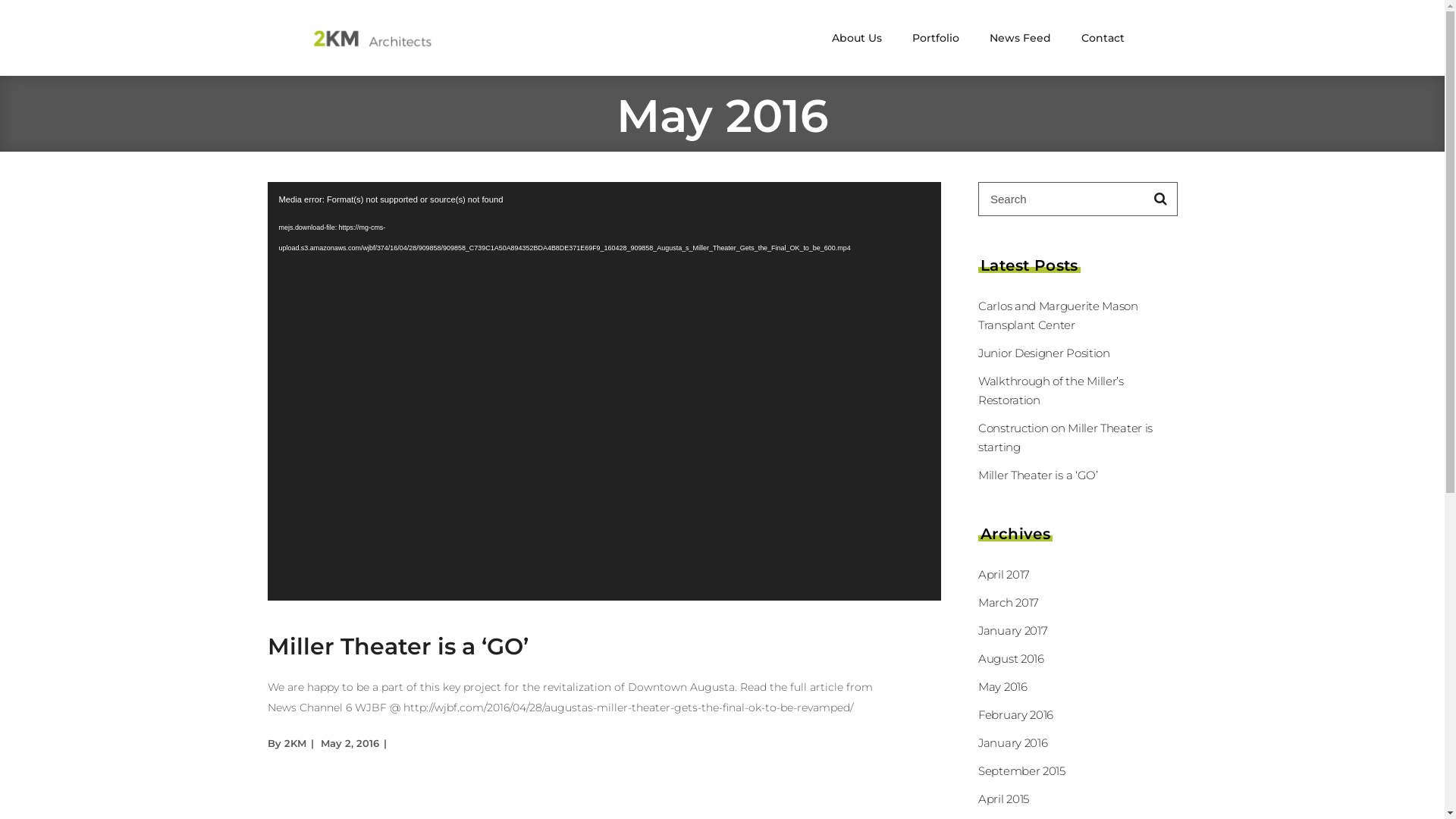 The height and width of the screenshot is (819, 1456). What do you see at coordinates (1008, 601) in the screenshot?
I see `'March 2017'` at bounding box center [1008, 601].